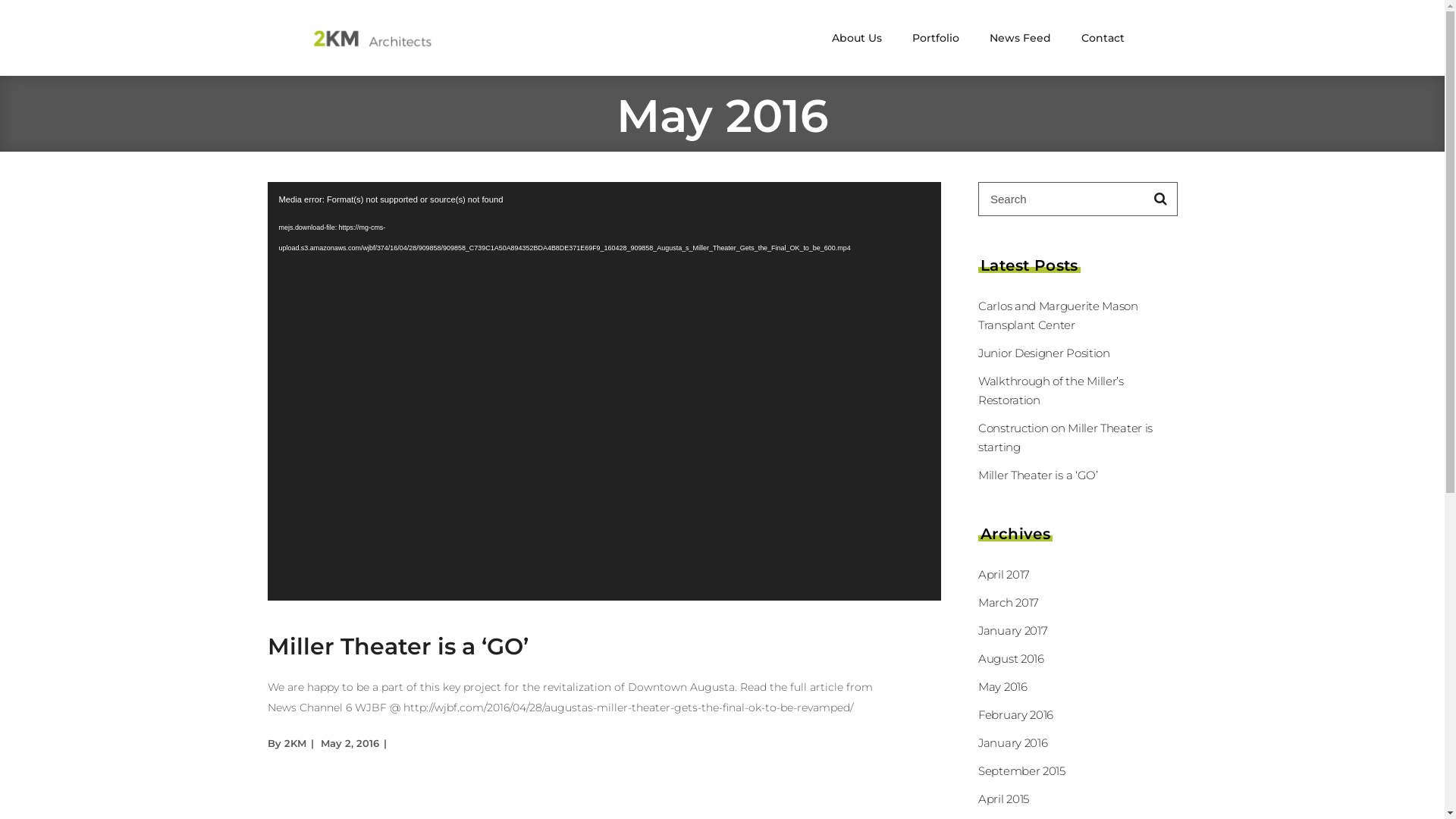 The height and width of the screenshot is (819, 1456). What do you see at coordinates (1008, 601) in the screenshot?
I see `'March 2017'` at bounding box center [1008, 601].